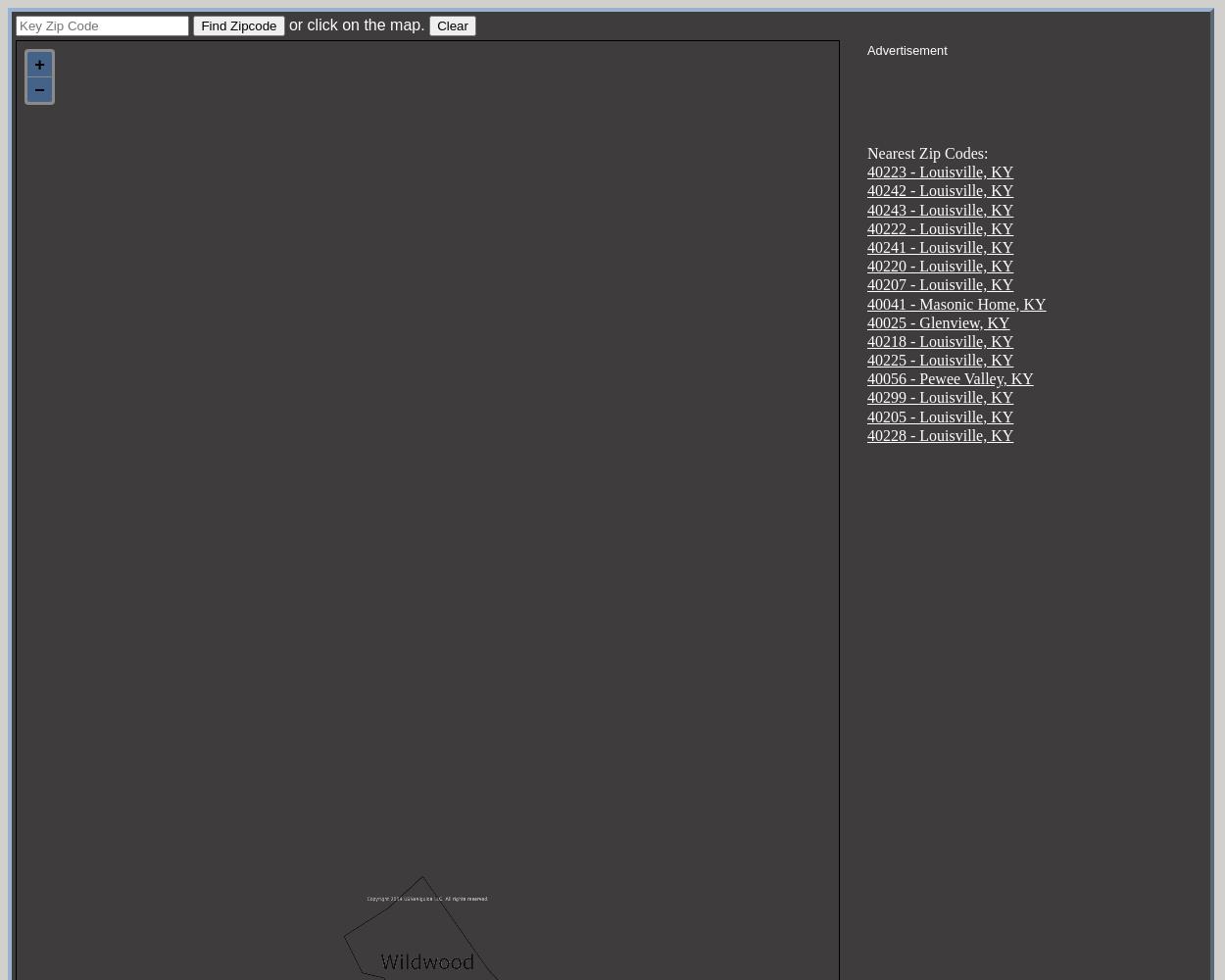  I want to click on '40041 - Masonic Home, KY', so click(955, 303).